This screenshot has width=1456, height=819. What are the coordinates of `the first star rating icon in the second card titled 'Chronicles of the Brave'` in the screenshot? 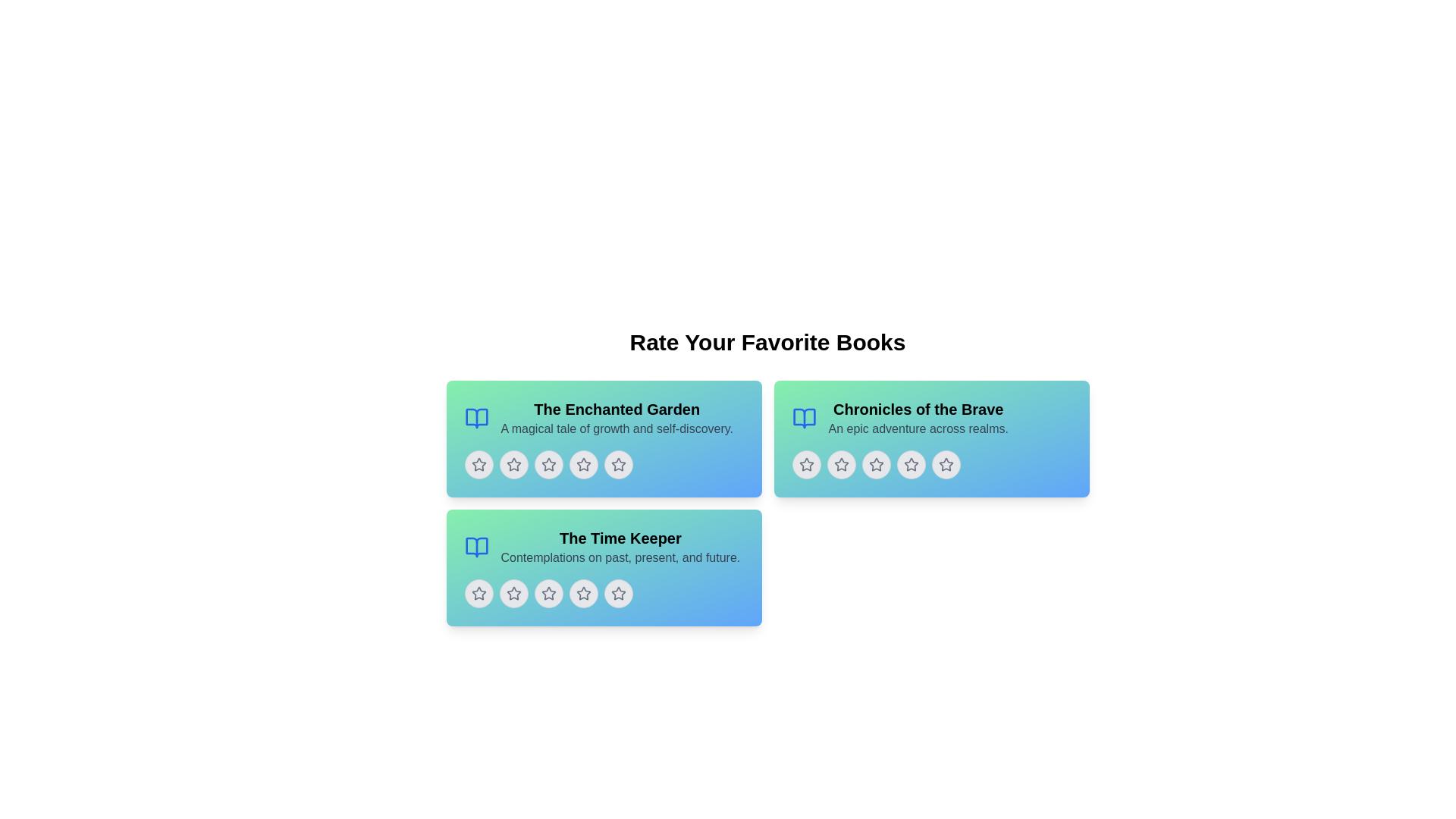 It's located at (840, 464).